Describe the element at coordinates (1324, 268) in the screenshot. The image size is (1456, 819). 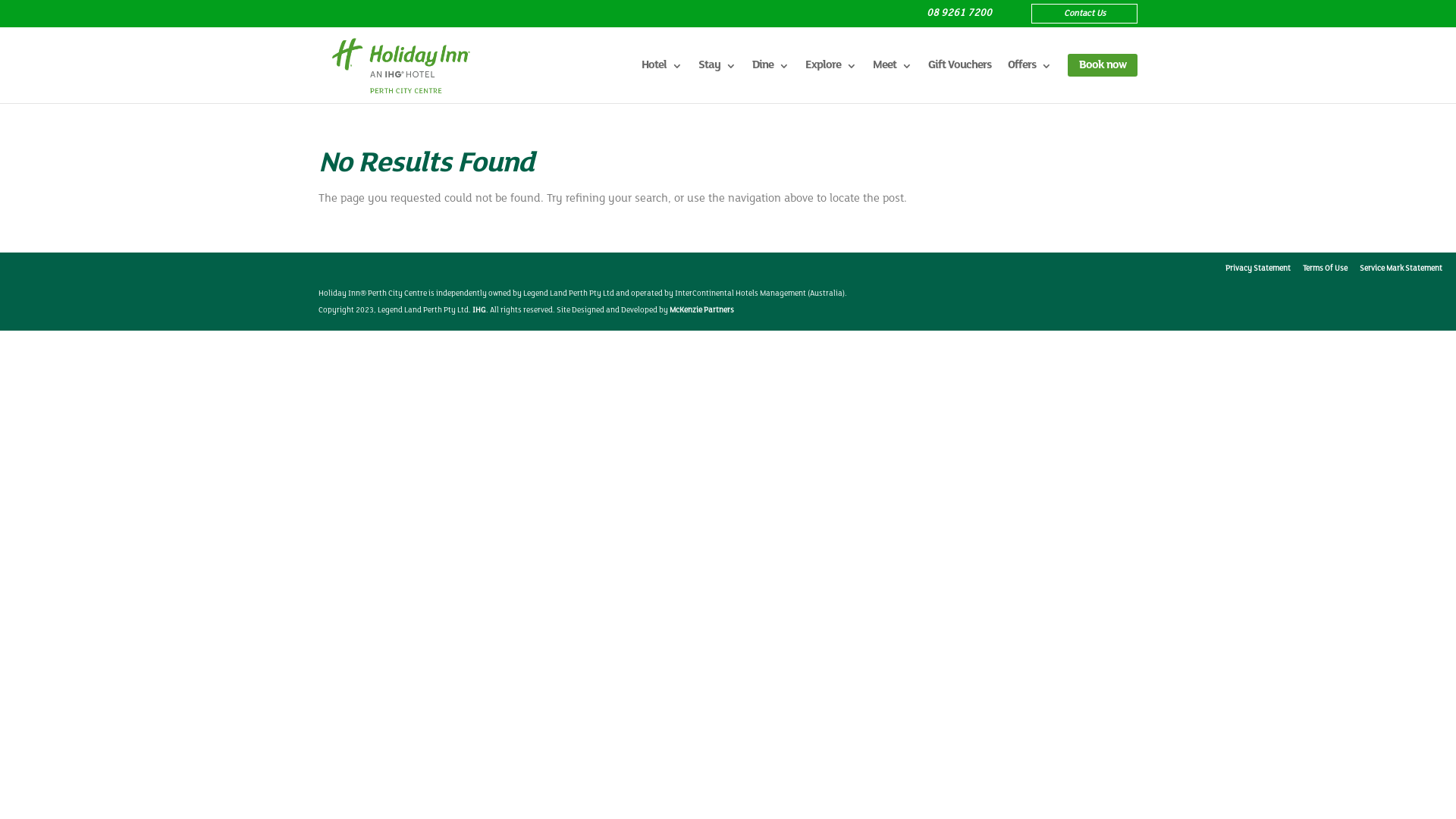
I see `'Terms Of Use'` at that location.